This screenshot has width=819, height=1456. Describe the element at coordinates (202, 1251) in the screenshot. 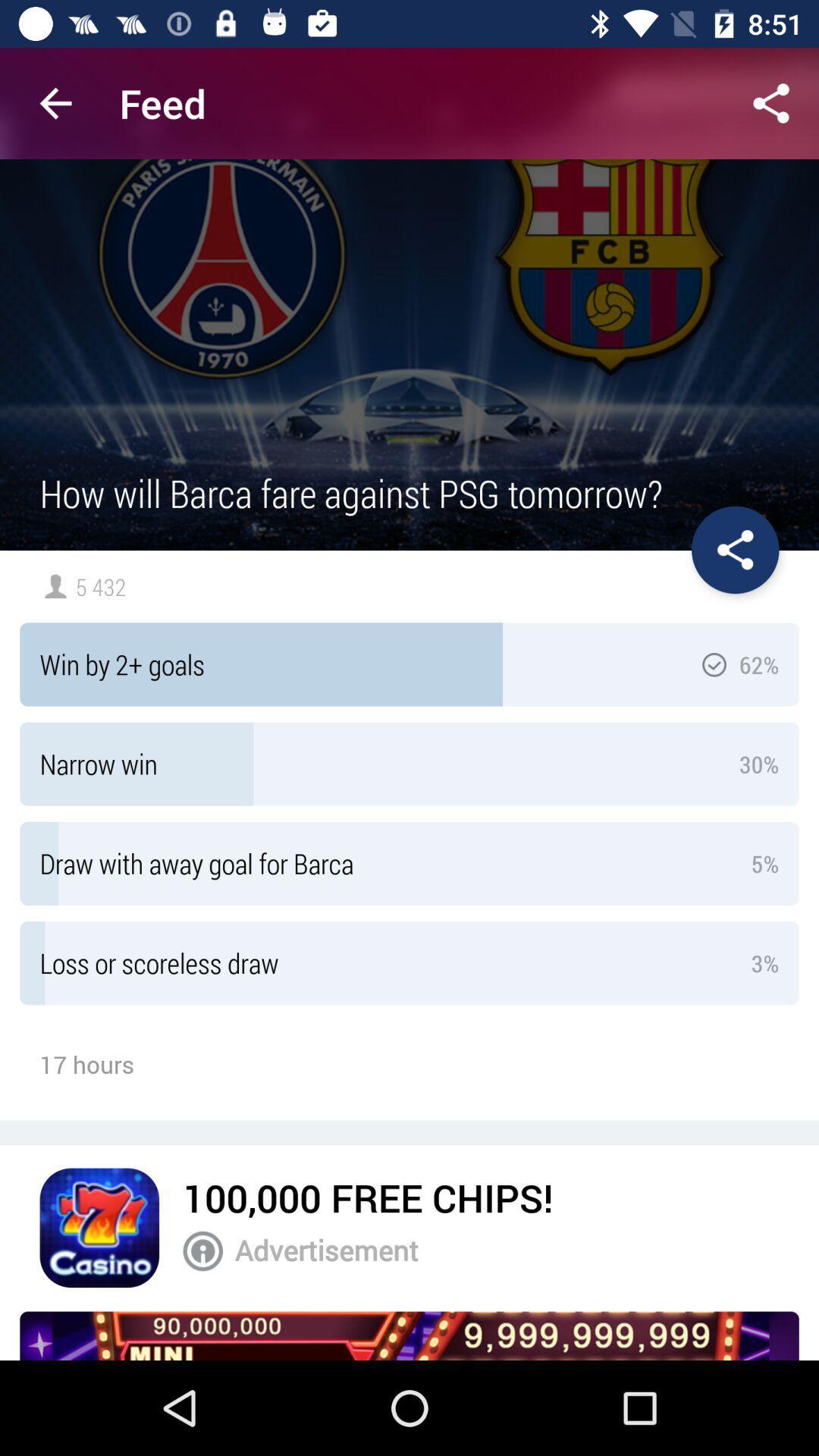

I see `information about advertisement` at that location.